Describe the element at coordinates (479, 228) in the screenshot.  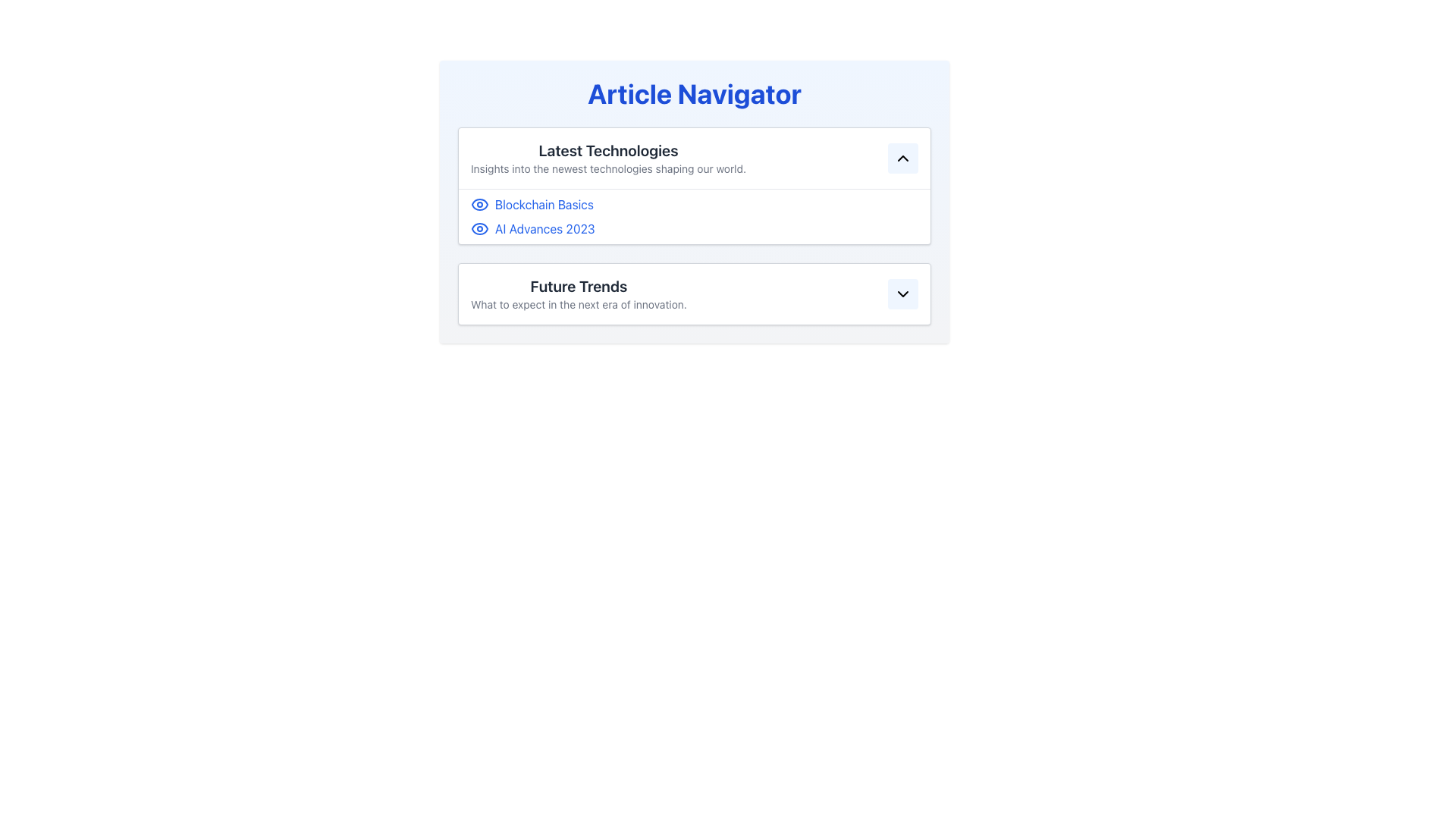
I see `the eye icon indicating visibility, located to the left of the 'AI Advances 2023' link in the 'Latest Technologies' section of the 'Article Navigator'` at that location.